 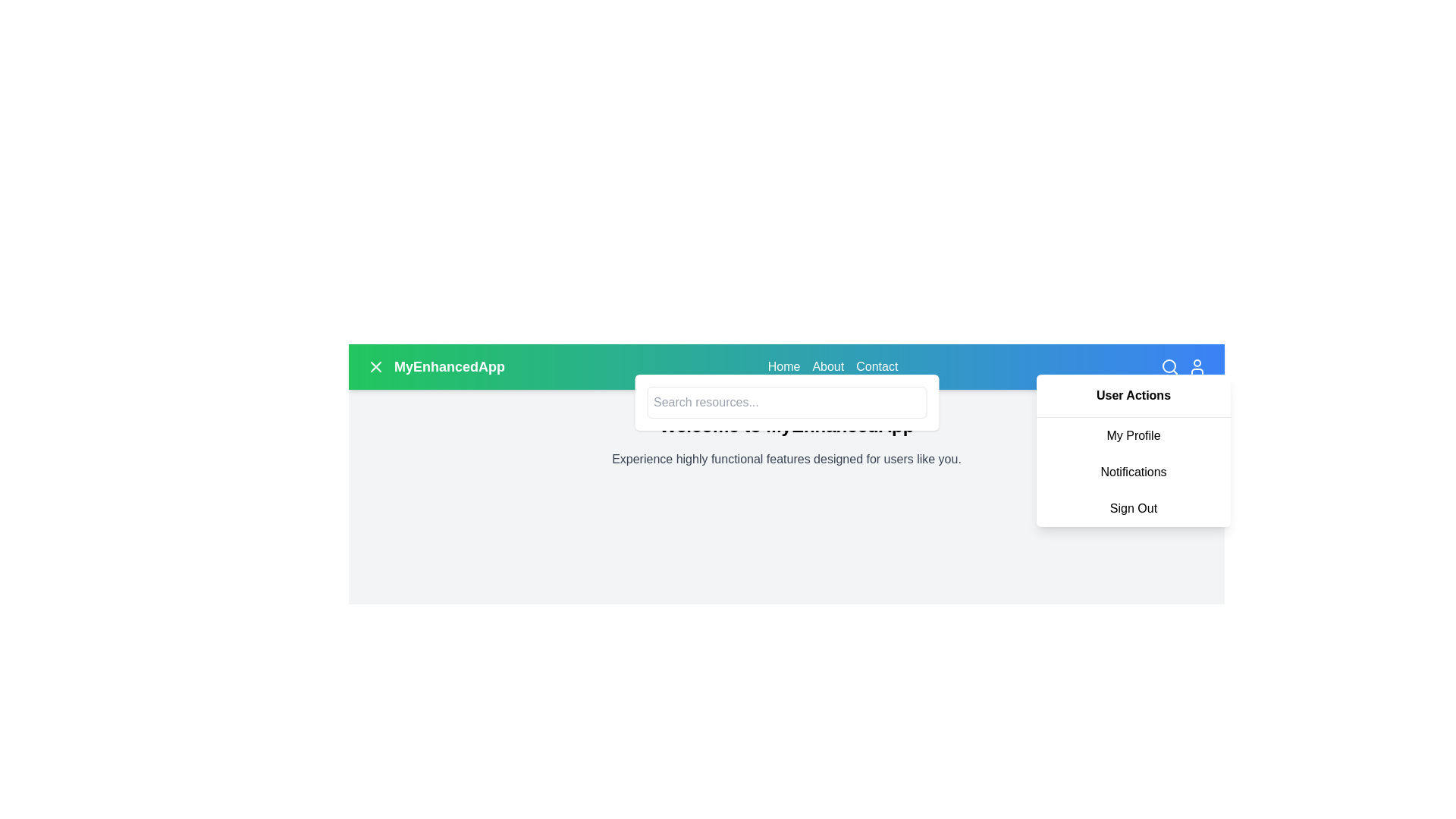 What do you see at coordinates (375, 366) in the screenshot?
I see `the 'X' button icon located` at bounding box center [375, 366].